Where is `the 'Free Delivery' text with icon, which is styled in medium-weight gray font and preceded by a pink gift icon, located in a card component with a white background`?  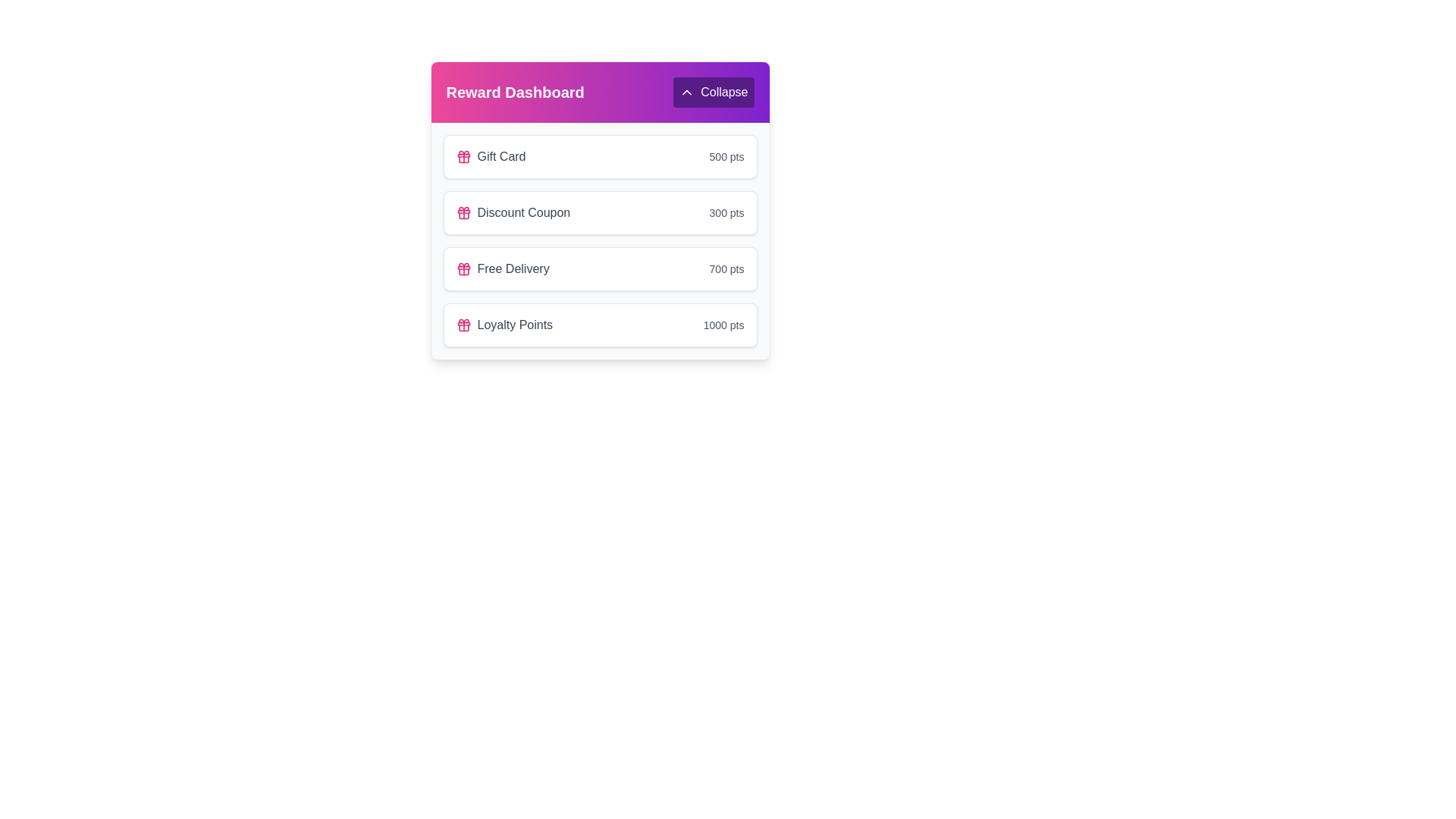
the 'Free Delivery' text with icon, which is styled in medium-weight gray font and preceded by a pink gift icon, located in a card component with a white background is located at coordinates (502, 268).